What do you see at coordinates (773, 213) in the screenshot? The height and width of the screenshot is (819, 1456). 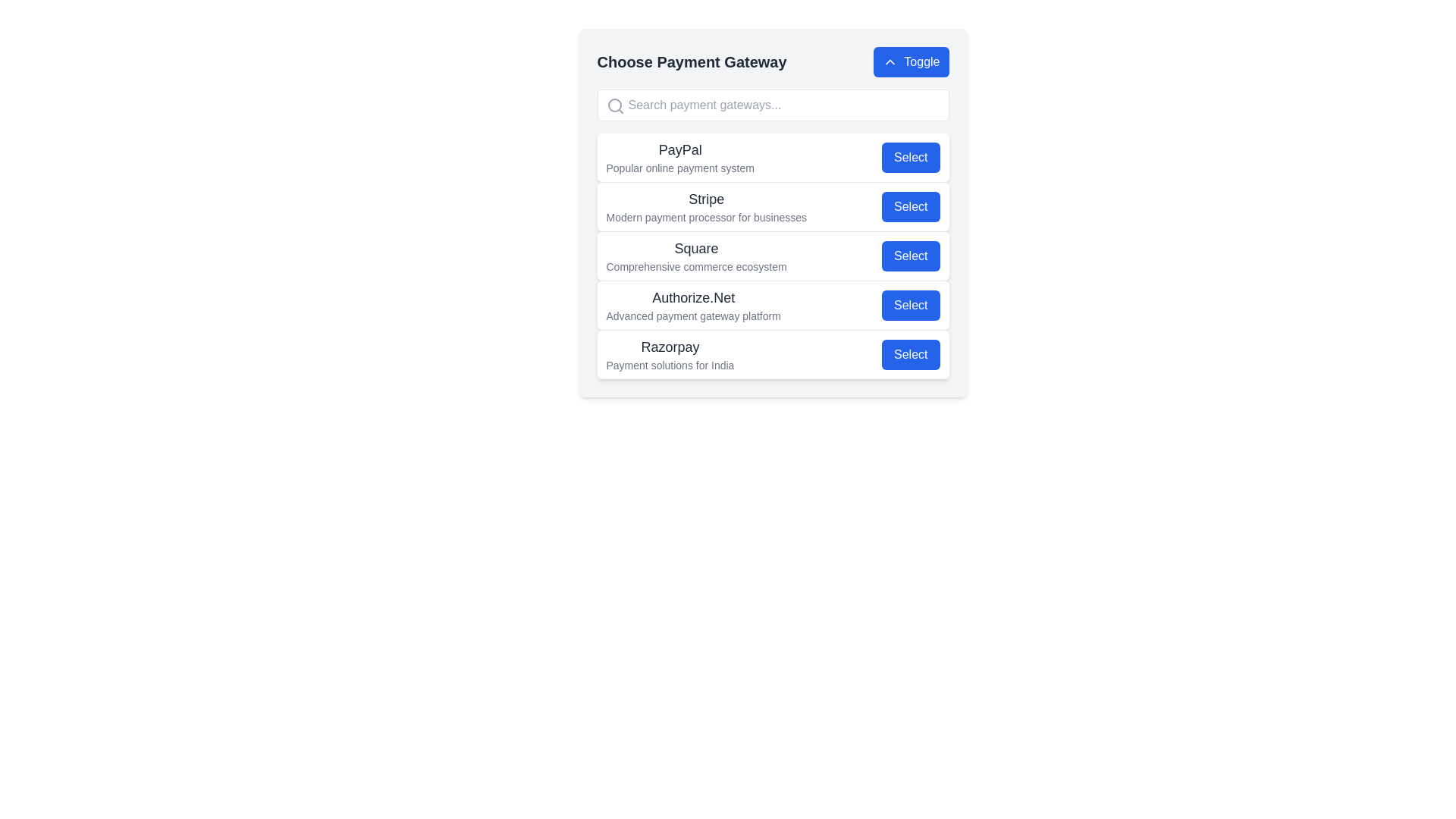 I see `the 'Stripe' payment gateway list item` at bounding box center [773, 213].